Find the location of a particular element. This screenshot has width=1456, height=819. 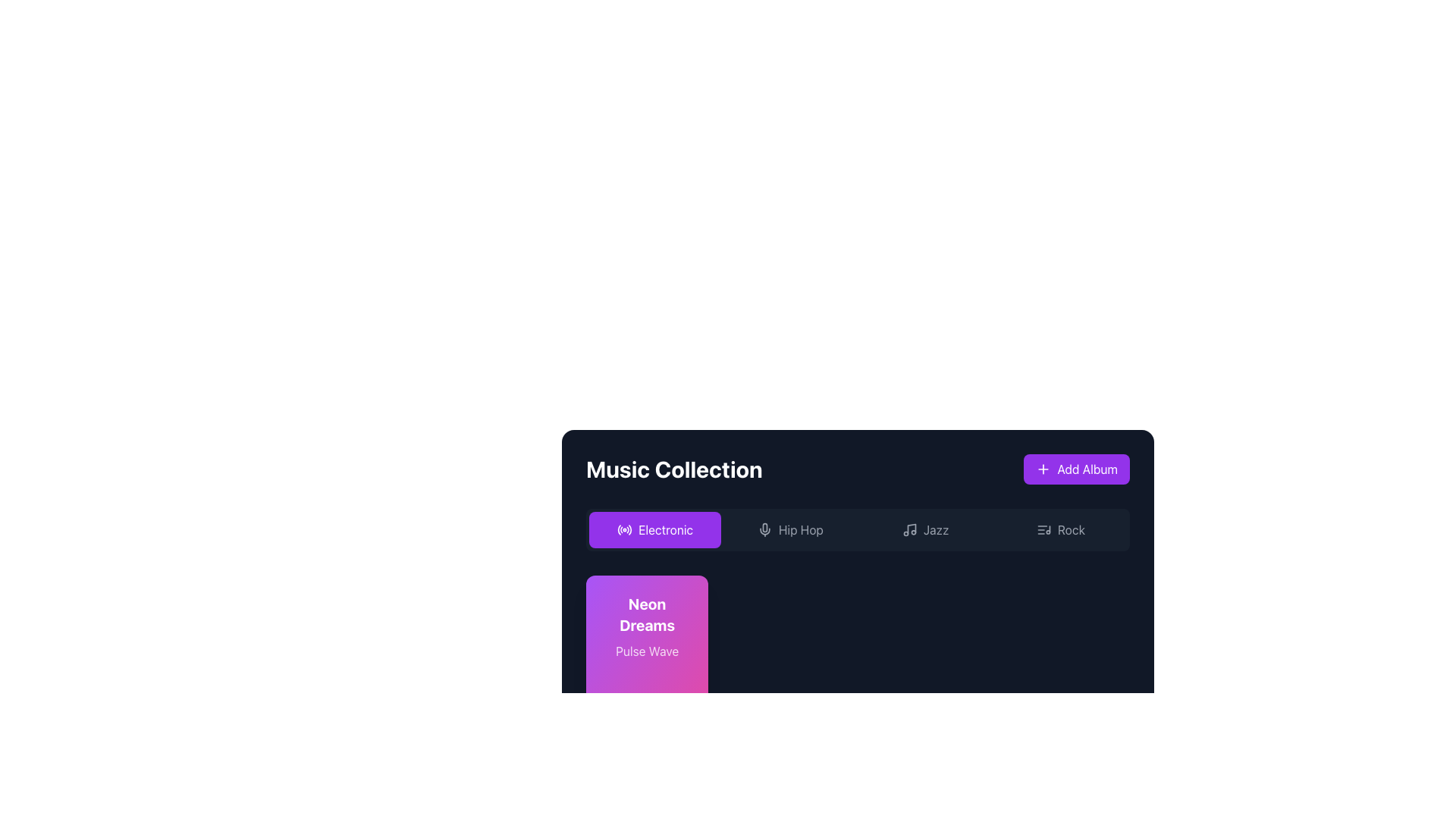

the 'Jazz' button which has a dark background, rounded edges, and features a music note icon is located at coordinates (924, 529).